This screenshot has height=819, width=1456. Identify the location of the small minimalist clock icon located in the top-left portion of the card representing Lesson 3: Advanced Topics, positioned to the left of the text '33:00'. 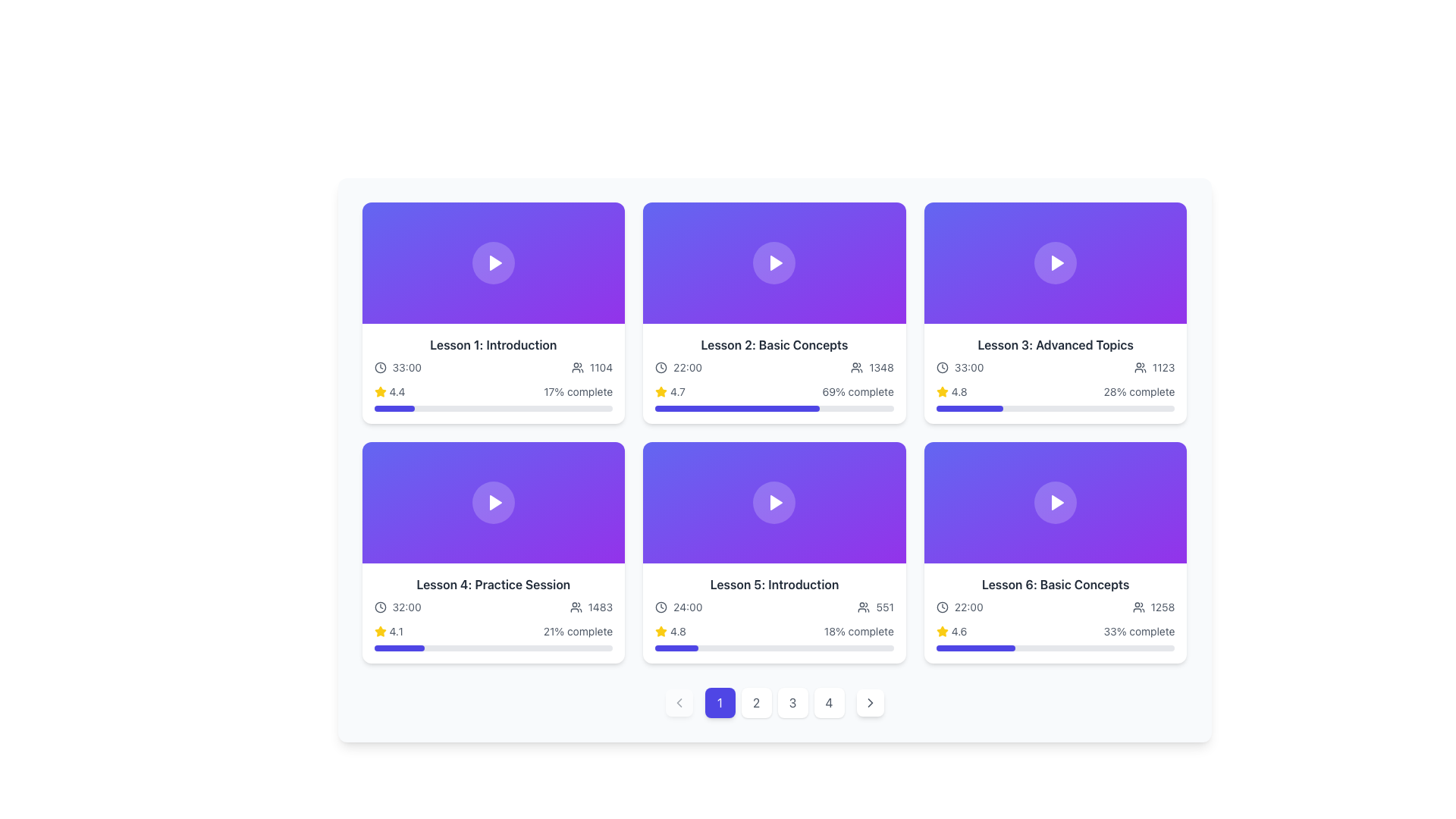
(941, 368).